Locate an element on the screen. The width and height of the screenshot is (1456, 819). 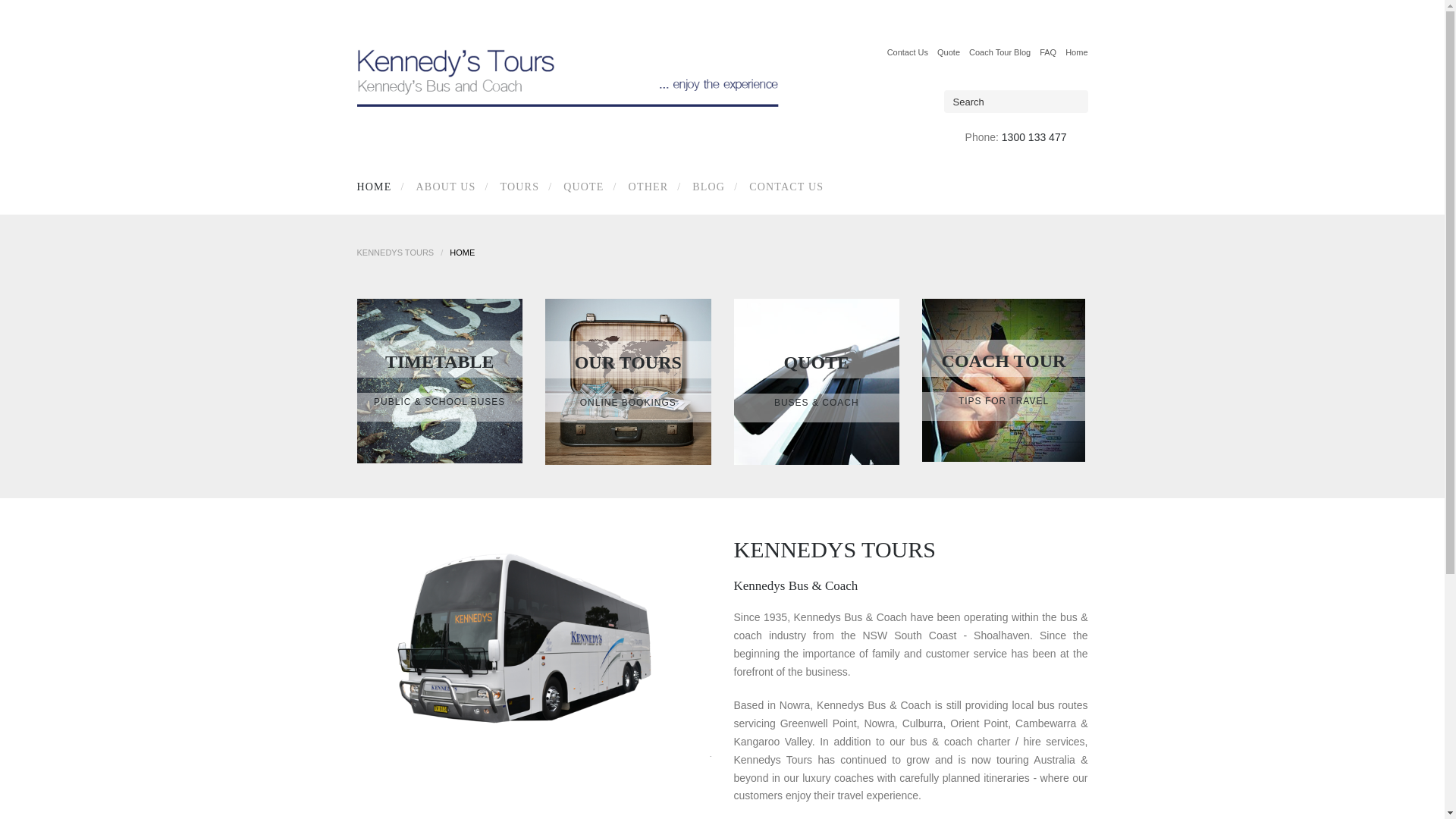
'TOURS' is located at coordinates (516, 186).